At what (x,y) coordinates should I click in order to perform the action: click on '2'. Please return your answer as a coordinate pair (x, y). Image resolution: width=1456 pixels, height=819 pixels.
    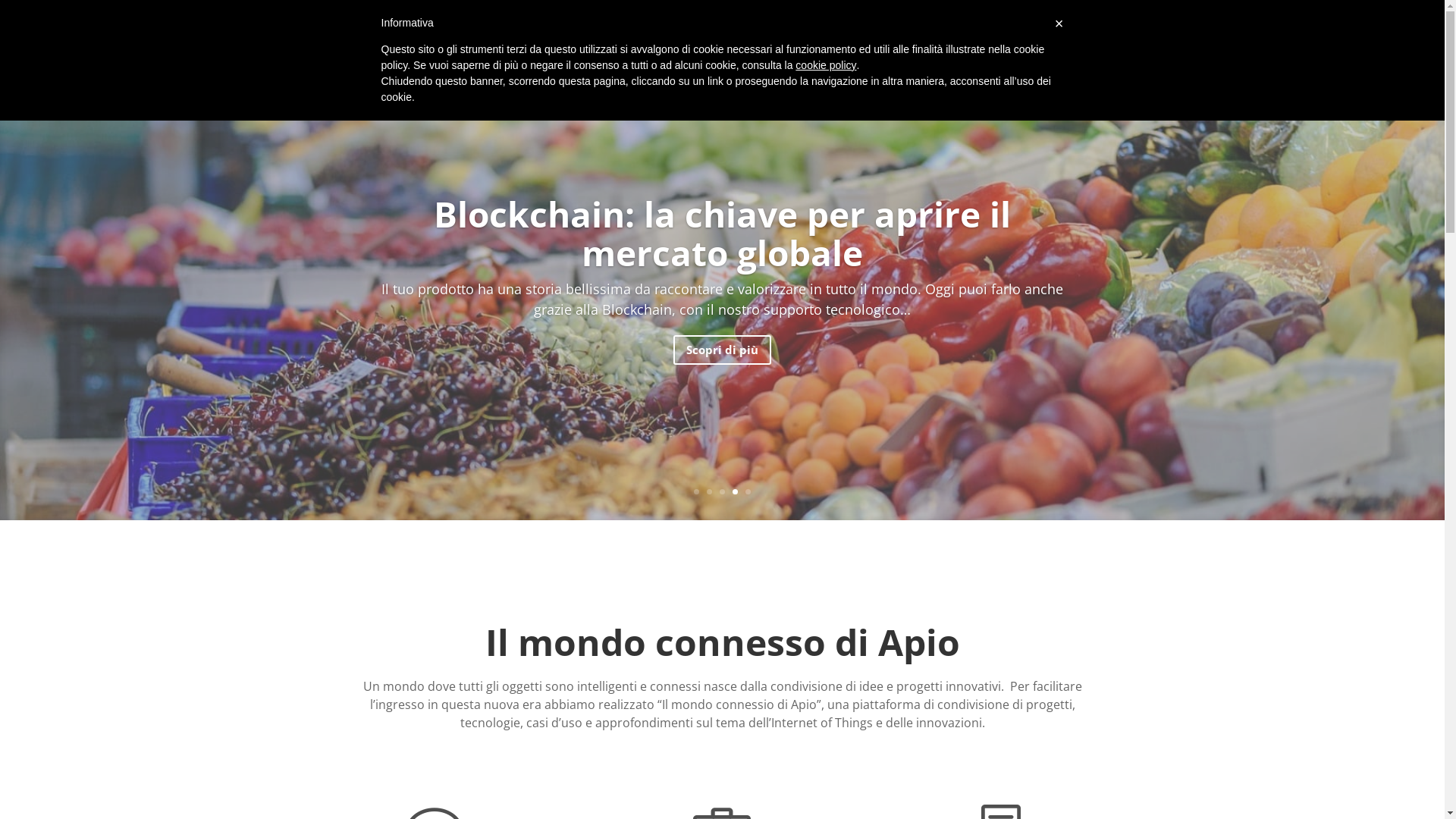
    Looking at the image, I should click on (708, 491).